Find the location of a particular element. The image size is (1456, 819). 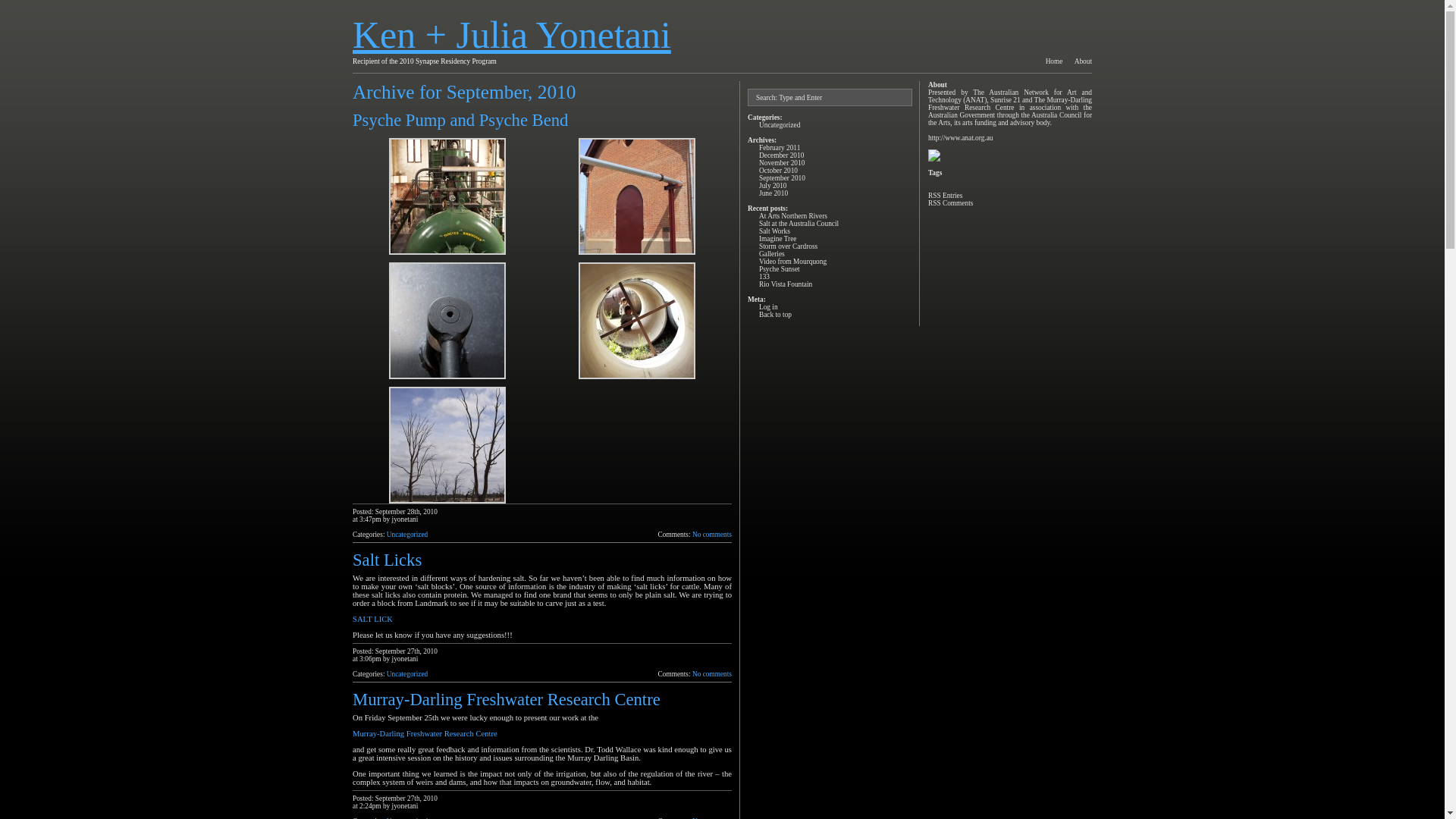

'November 2010' is located at coordinates (759, 163).